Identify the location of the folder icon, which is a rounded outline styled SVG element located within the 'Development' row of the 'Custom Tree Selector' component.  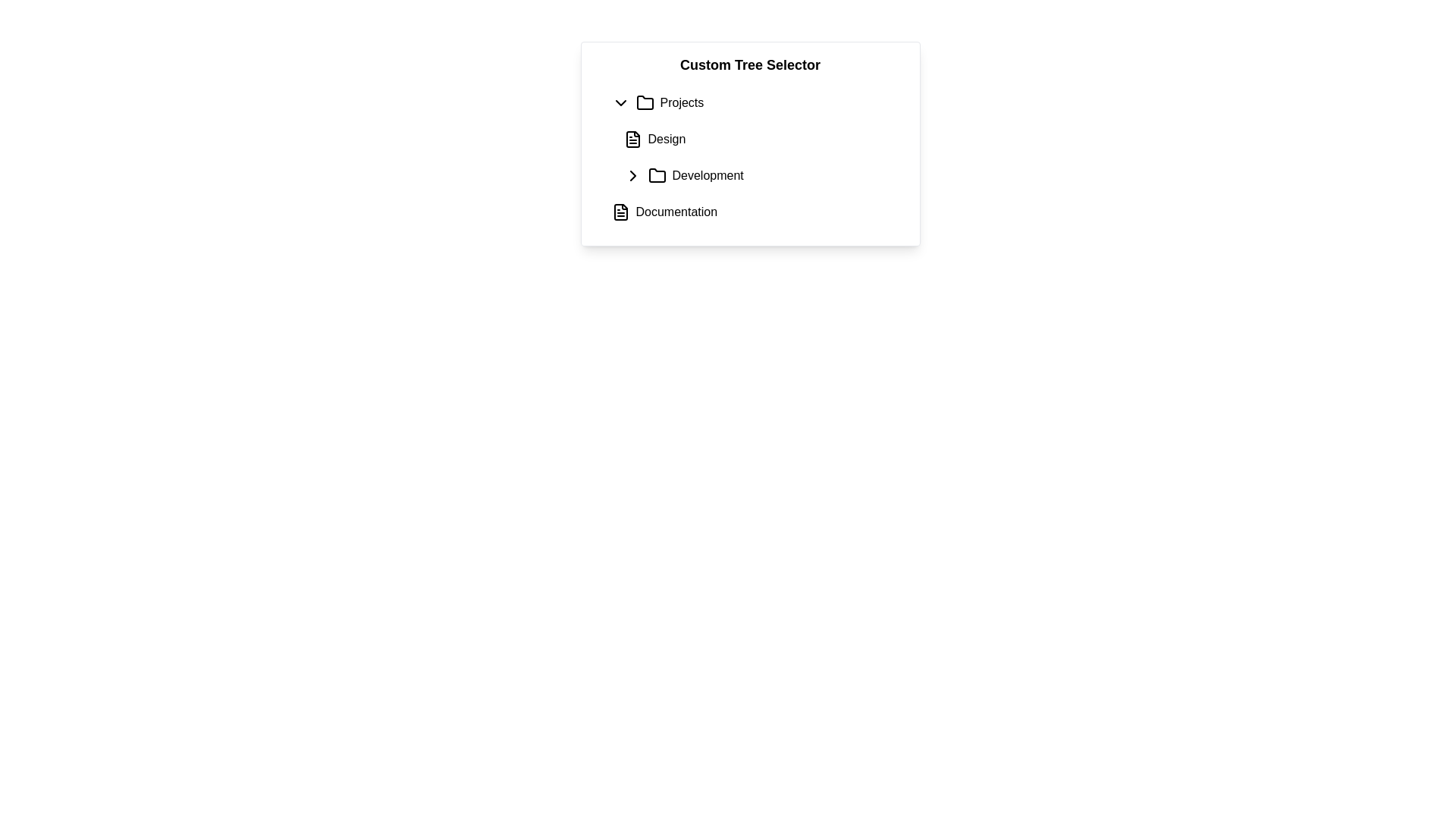
(657, 174).